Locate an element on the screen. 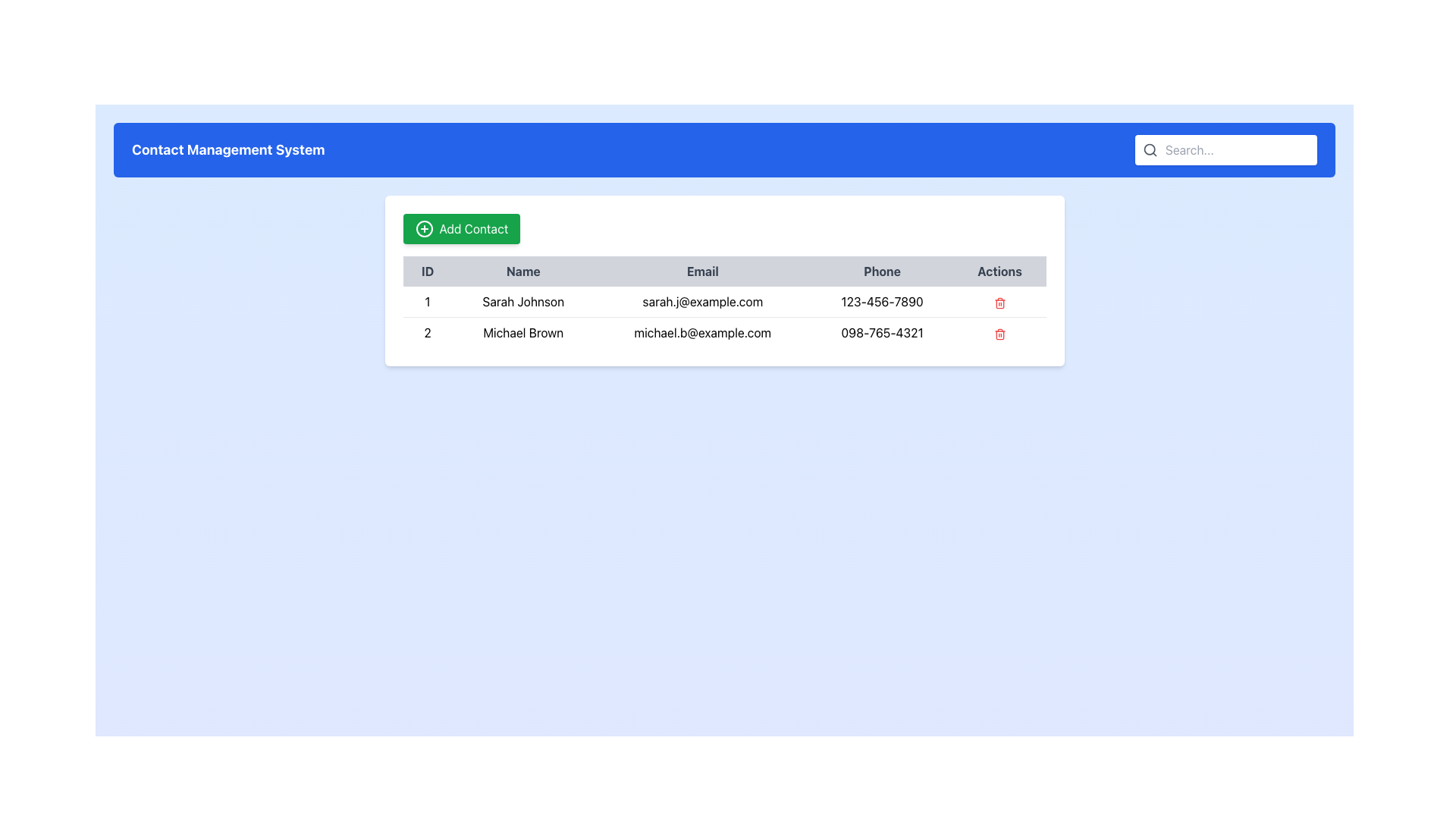 The image size is (1456, 819). the static text displaying 'sarah.j@example.com' which is located in the first row under the 'Email' column of a data table is located at coordinates (701, 302).